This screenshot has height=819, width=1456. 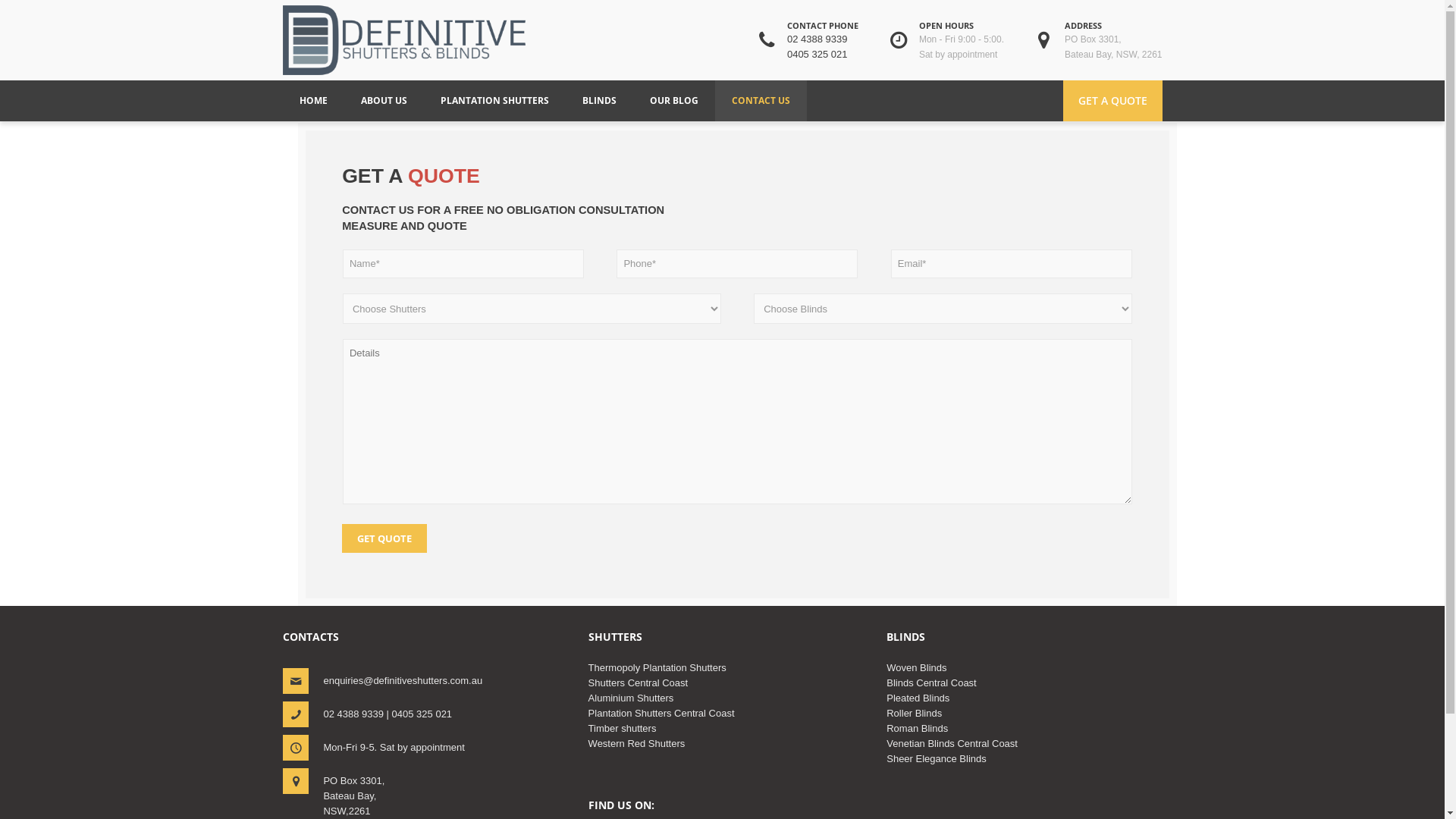 What do you see at coordinates (915, 667) in the screenshot?
I see `'Woven Blinds'` at bounding box center [915, 667].